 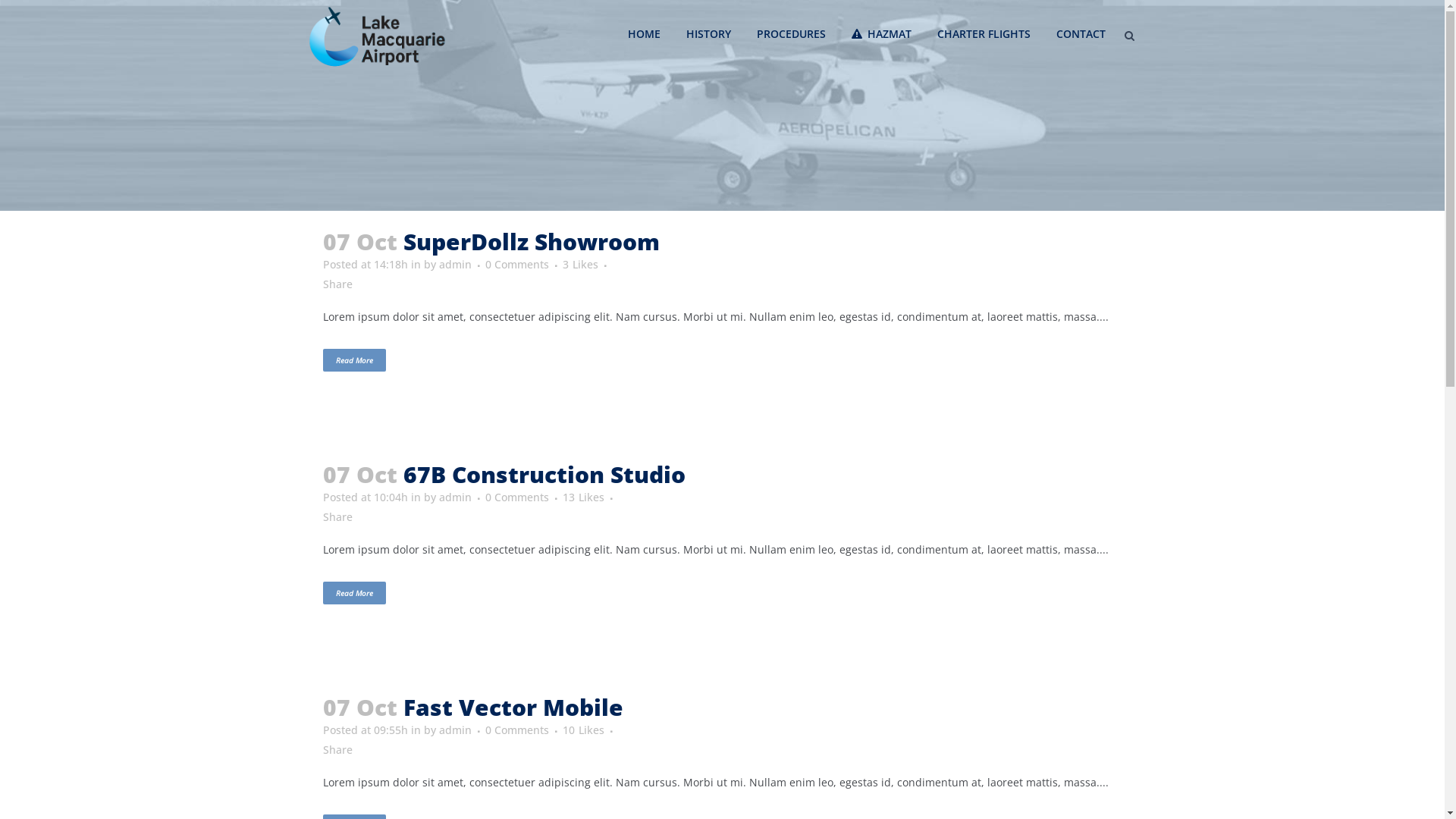 I want to click on 'HOME', so click(x=643, y=34).